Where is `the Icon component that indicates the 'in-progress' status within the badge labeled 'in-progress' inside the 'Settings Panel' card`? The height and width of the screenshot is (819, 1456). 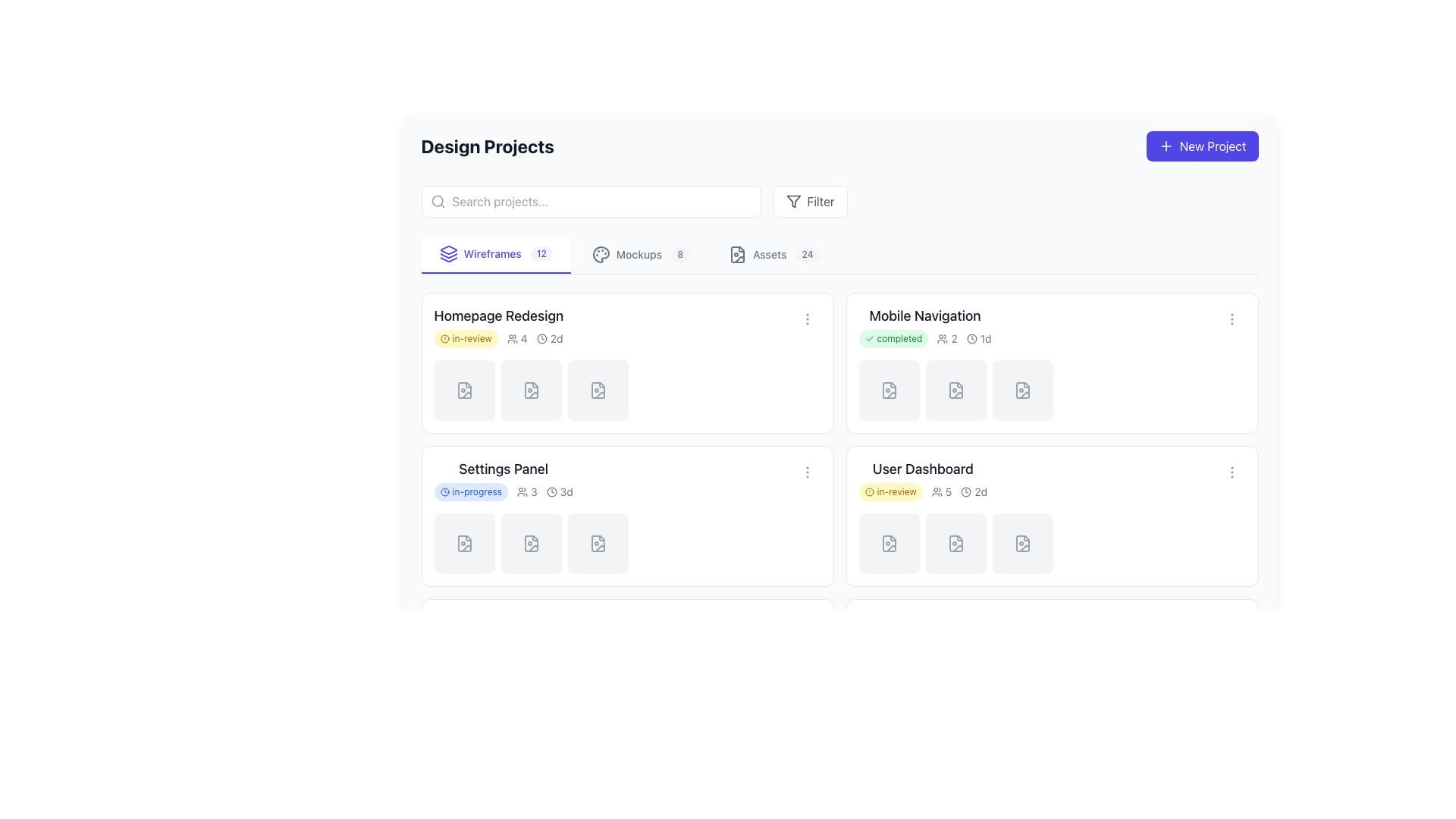 the Icon component that indicates the 'in-progress' status within the badge labeled 'in-progress' inside the 'Settings Panel' card is located at coordinates (444, 491).